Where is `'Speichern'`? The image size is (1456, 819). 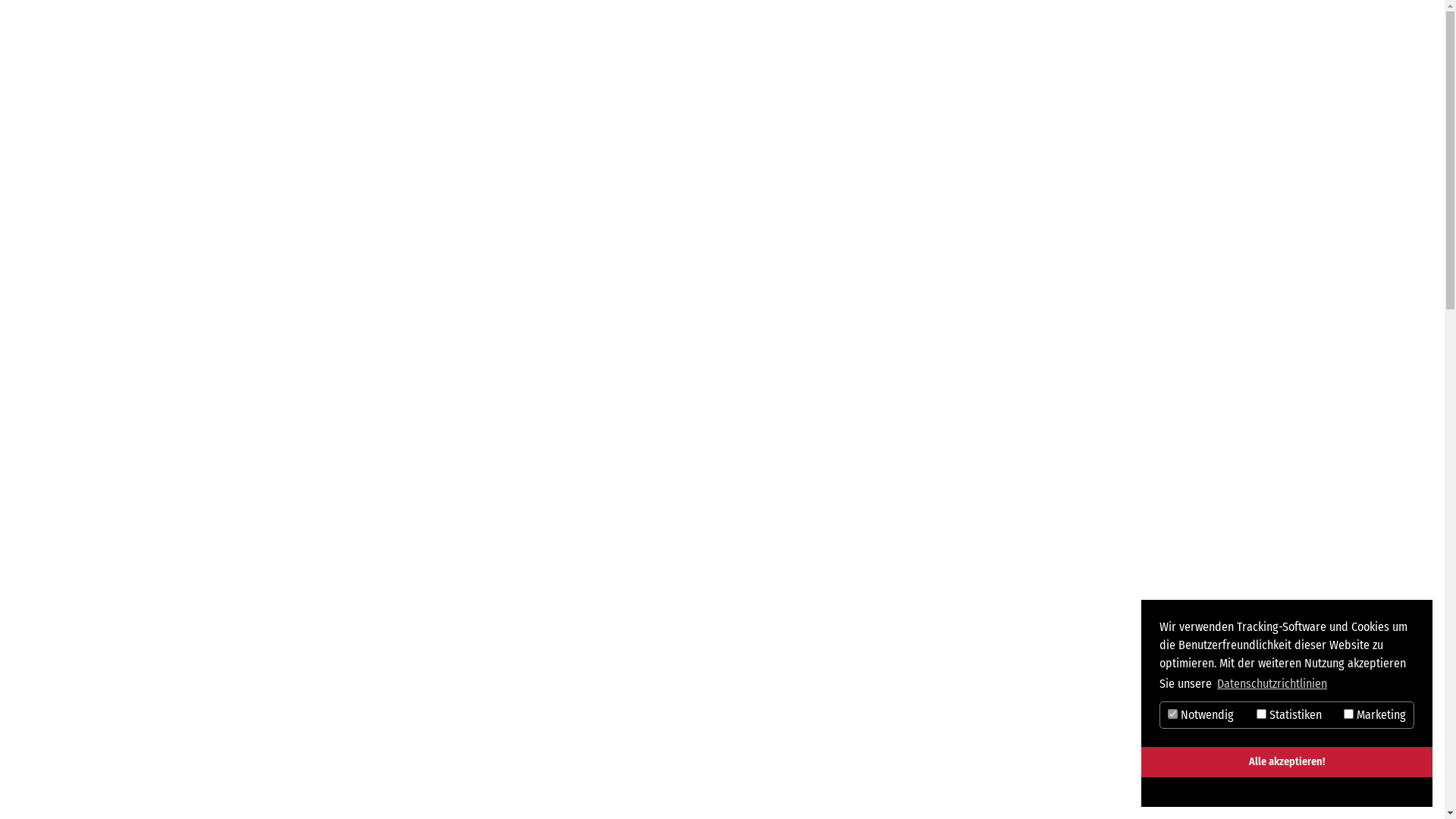
'Speichern' is located at coordinates (1214, 791).